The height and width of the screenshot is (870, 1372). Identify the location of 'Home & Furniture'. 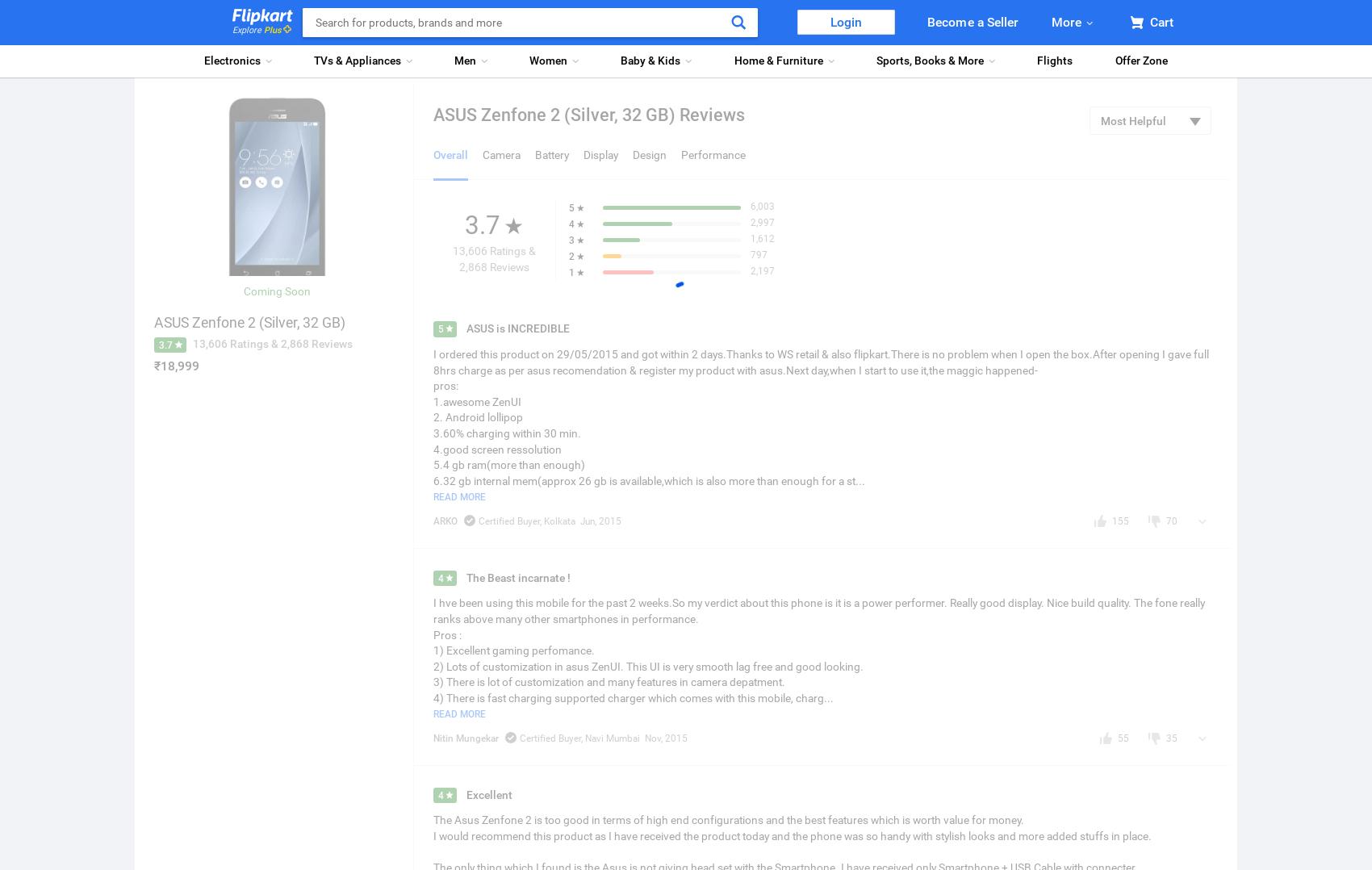
(777, 61).